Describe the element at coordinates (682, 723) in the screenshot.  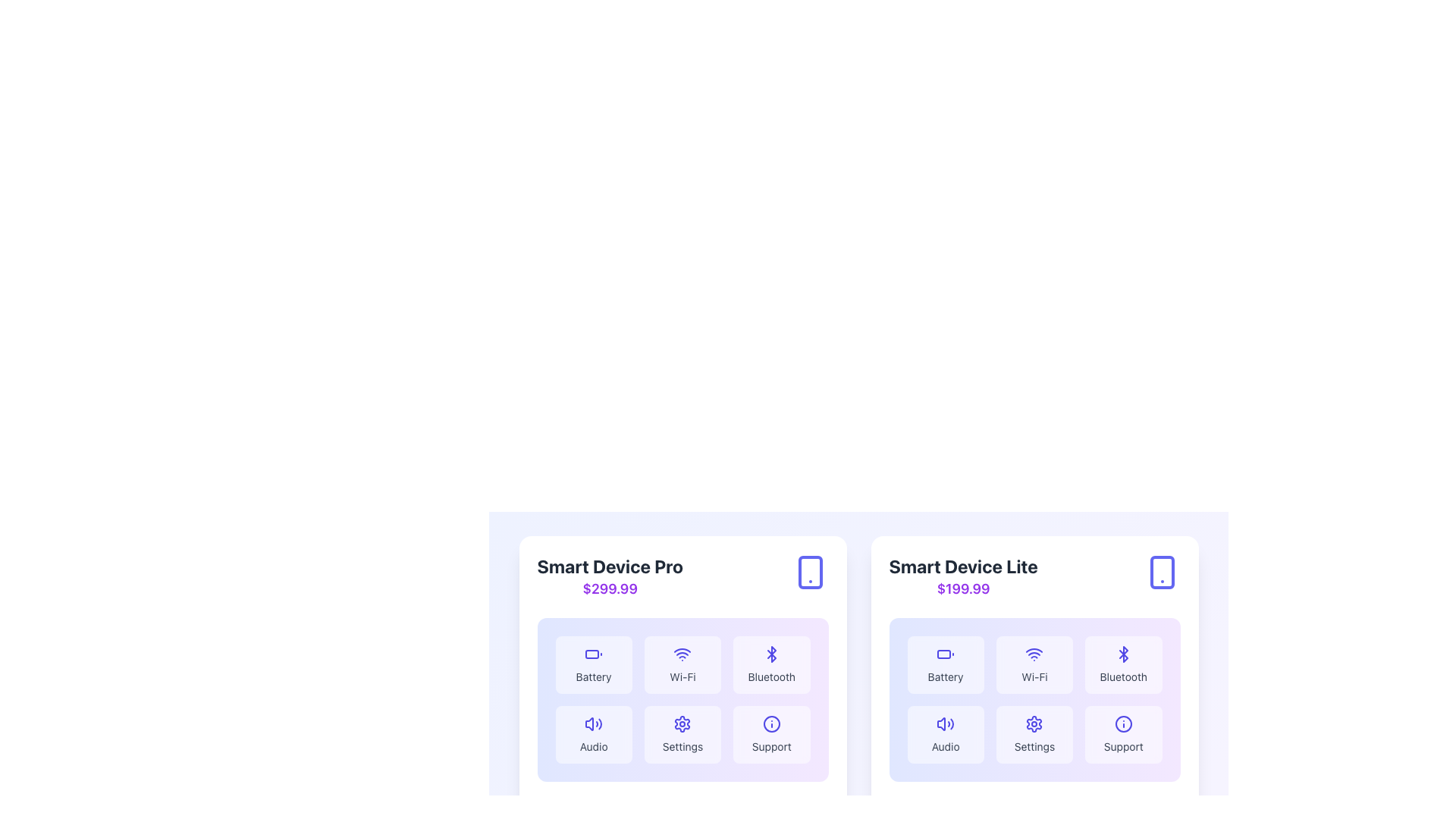
I see `the settings icon located at the bottom center of the 'Smart Device Pro' card, directly beneath the 'Settings' label, to interact with the associated settings functionality` at that location.